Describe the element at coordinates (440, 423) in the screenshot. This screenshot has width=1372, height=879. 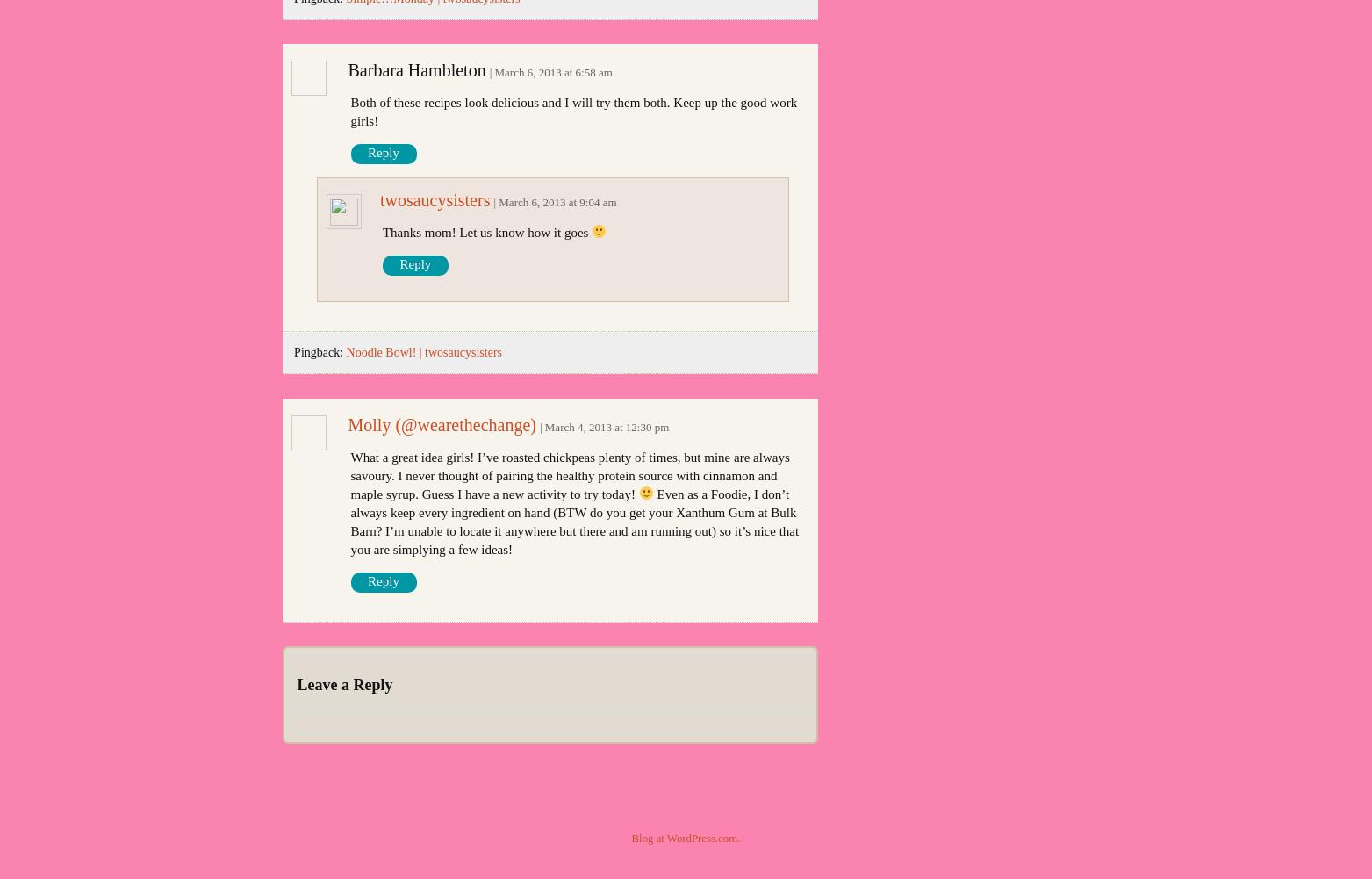
I see `'Molly (@wearethechange)'` at that location.